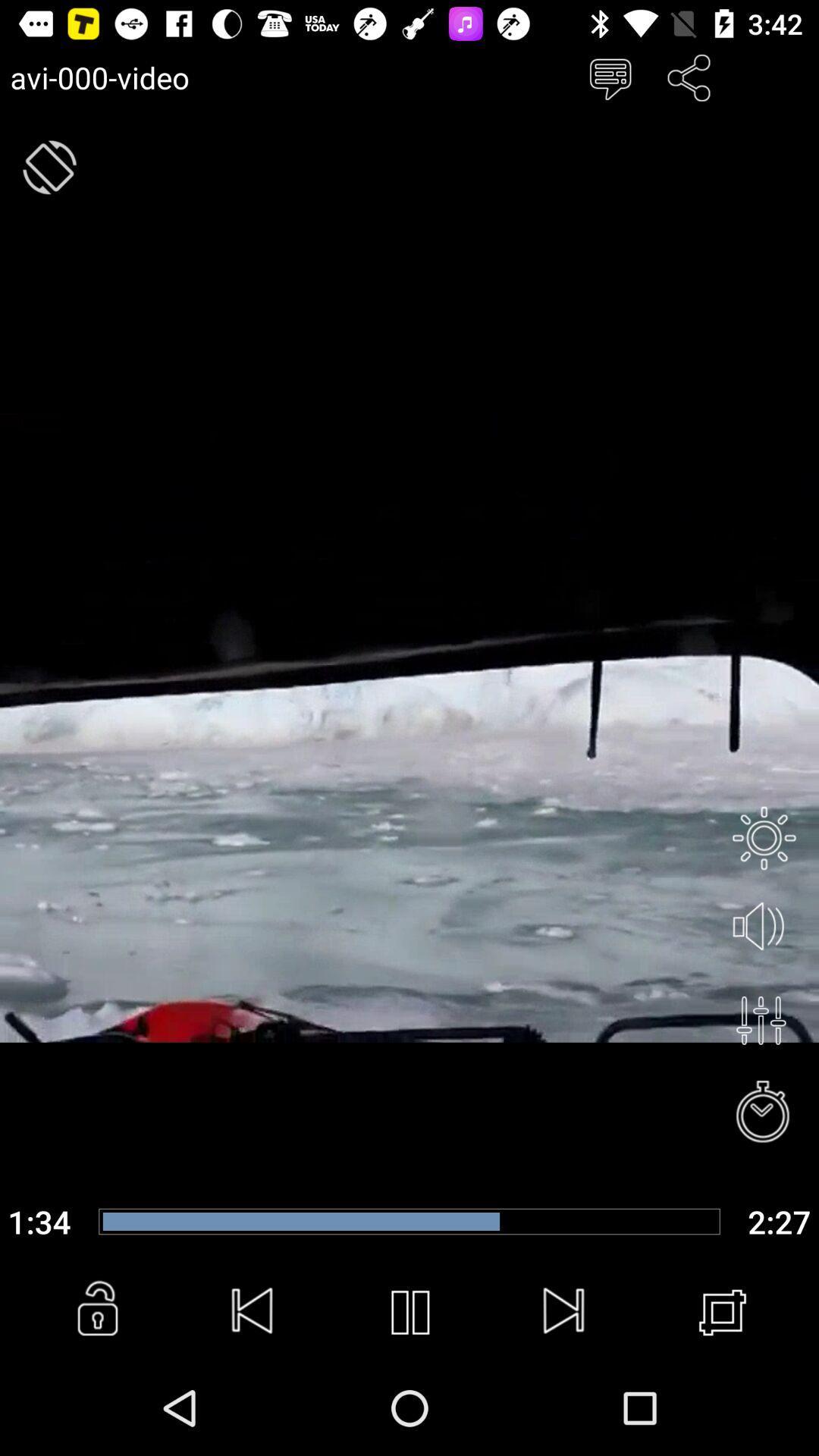 Image resolution: width=819 pixels, height=1456 pixels. Describe the element at coordinates (565, 1312) in the screenshot. I see `next` at that location.